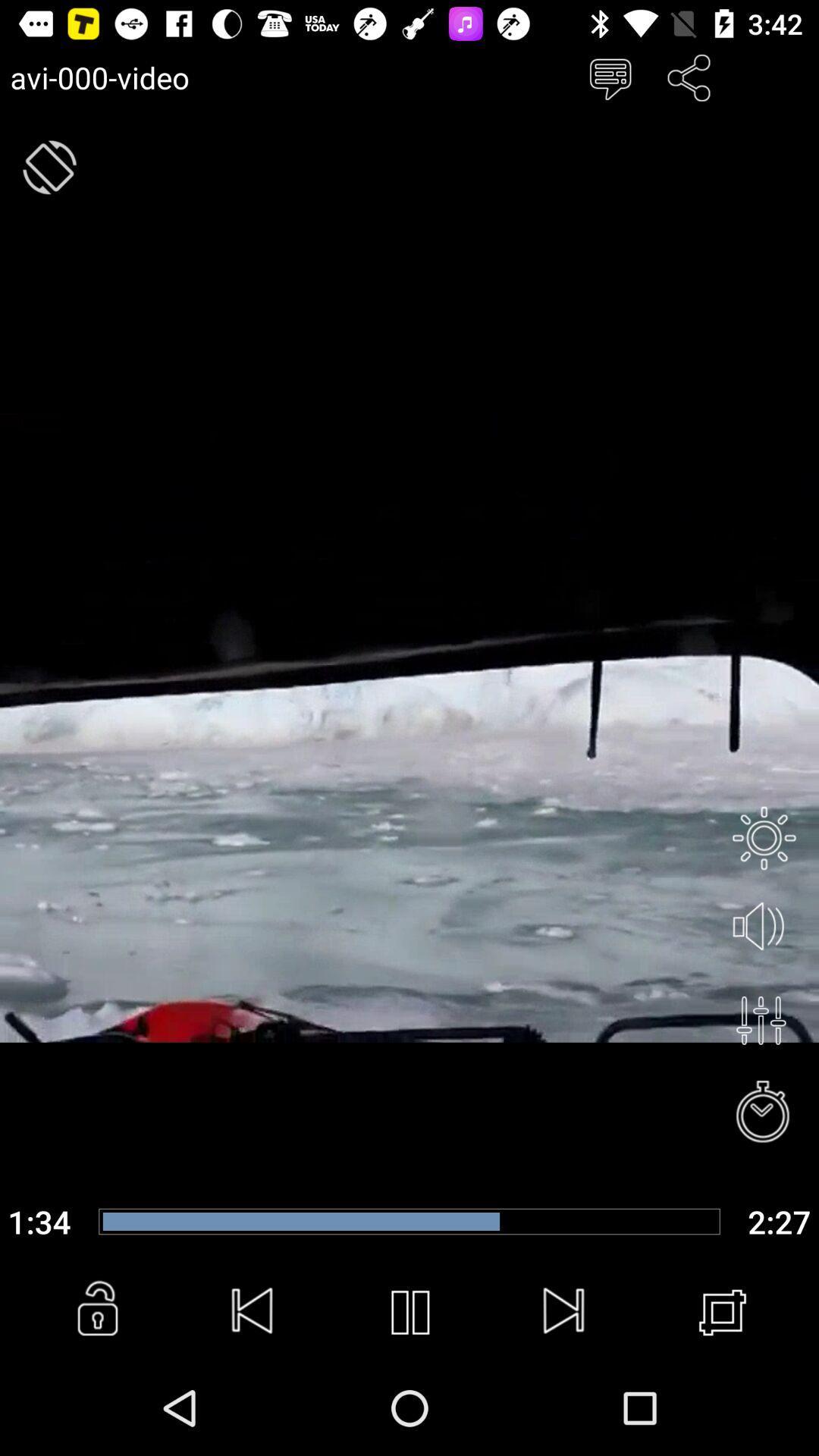 Image resolution: width=819 pixels, height=1456 pixels. Describe the element at coordinates (565, 1312) in the screenshot. I see `next` at that location.